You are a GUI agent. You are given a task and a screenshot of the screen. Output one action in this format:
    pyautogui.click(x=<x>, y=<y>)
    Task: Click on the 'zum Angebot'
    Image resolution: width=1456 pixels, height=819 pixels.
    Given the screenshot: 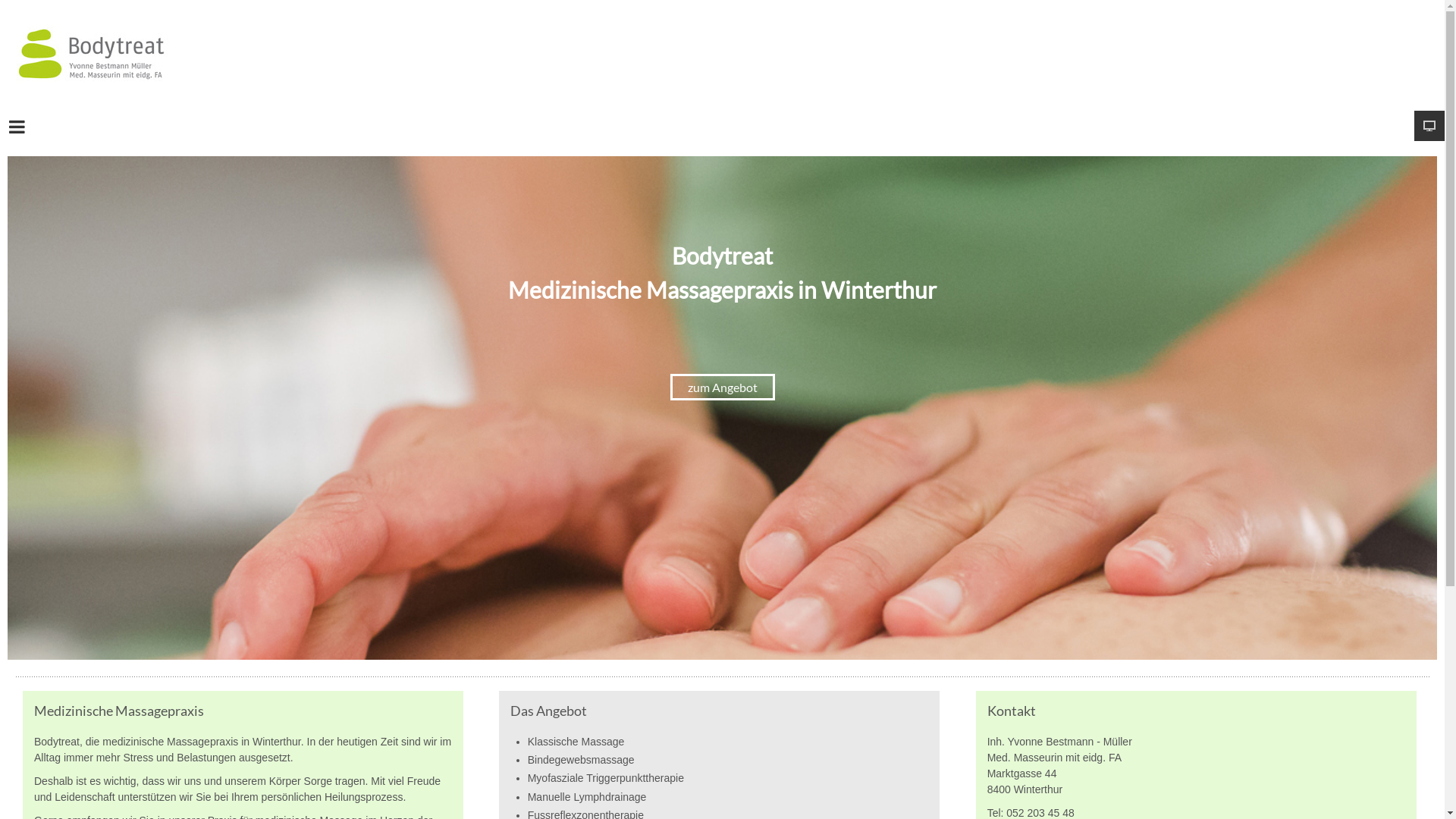 What is the action you would take?
    pyautogui.click(x=722, y=386)
    